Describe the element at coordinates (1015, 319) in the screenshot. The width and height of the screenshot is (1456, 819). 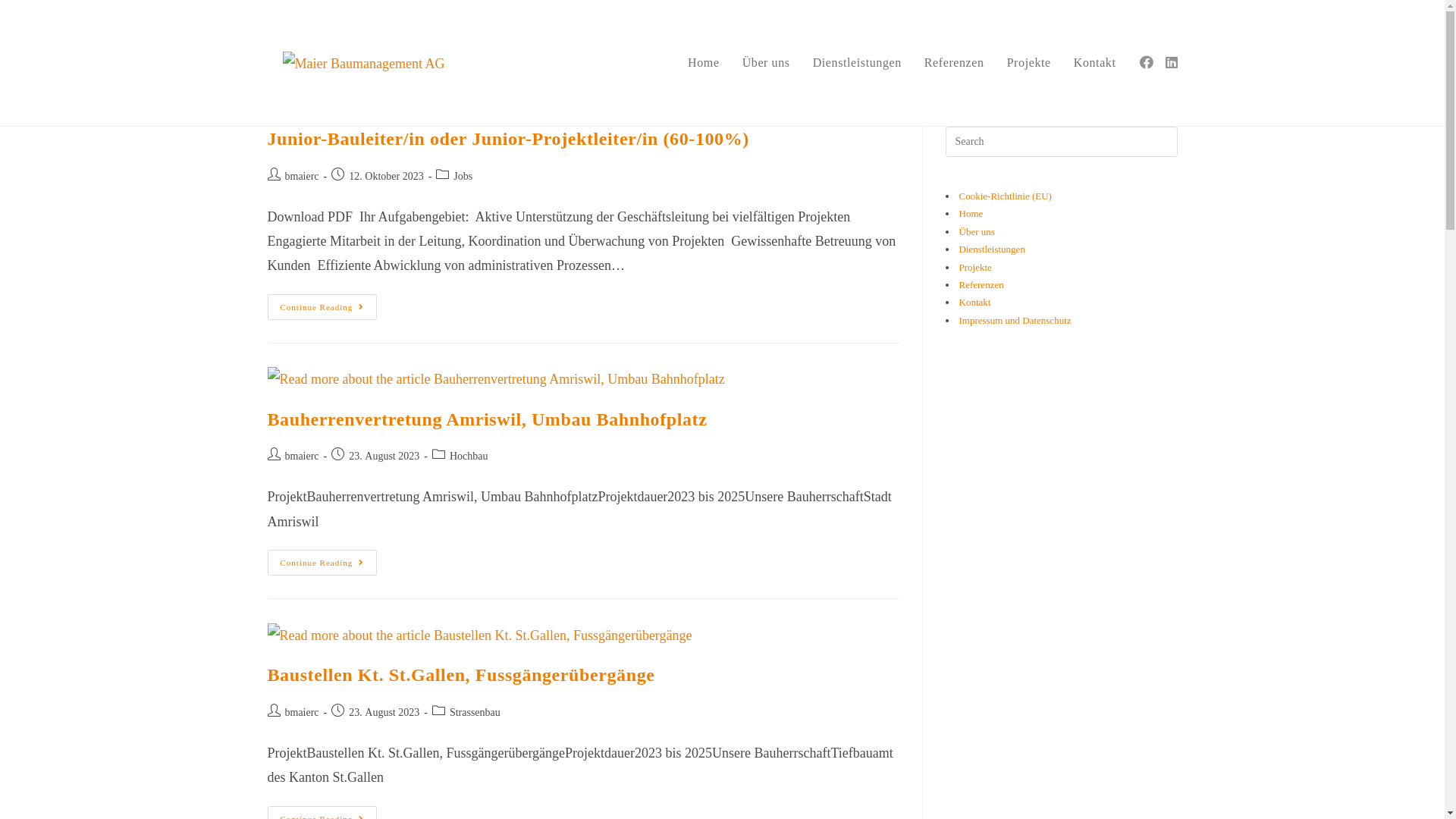
I see `'Impressum und Datenschutz'` at that location.